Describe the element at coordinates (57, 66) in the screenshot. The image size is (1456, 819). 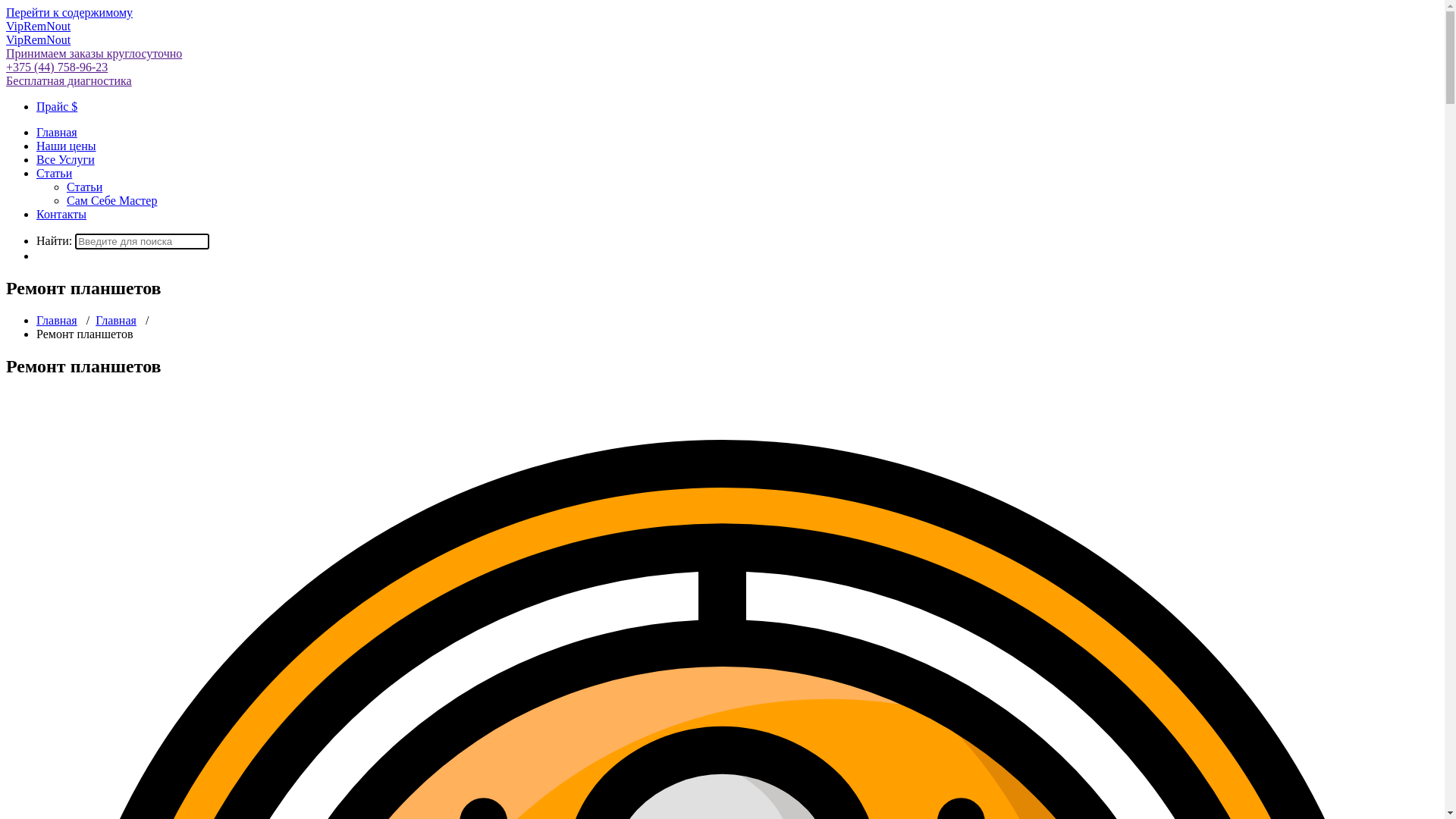
I see `'+375 (44) 758-96-23'` at that location.